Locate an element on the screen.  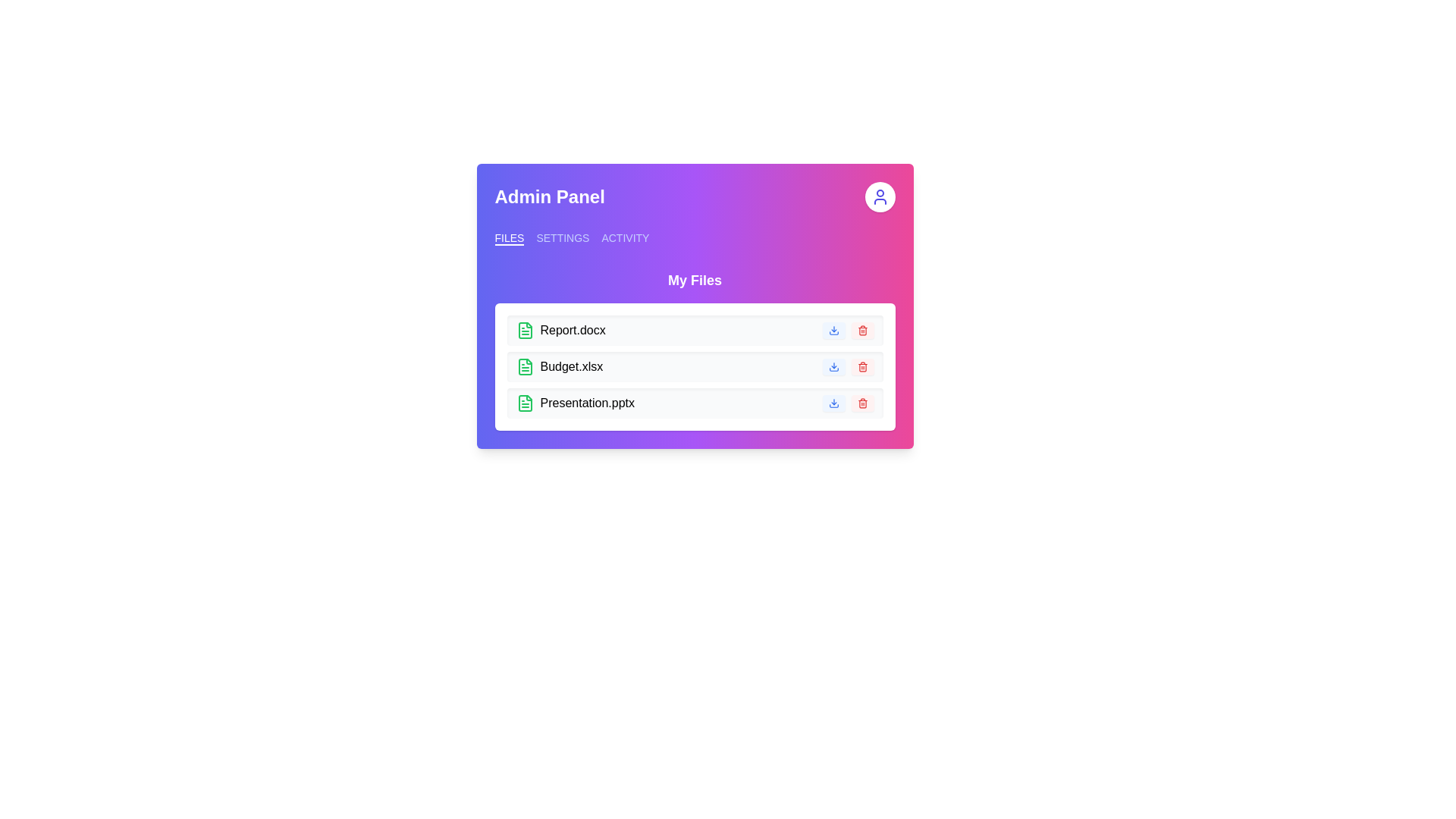
the 'FILES' tab in the navigation bar is located at coordinates (510, 237).